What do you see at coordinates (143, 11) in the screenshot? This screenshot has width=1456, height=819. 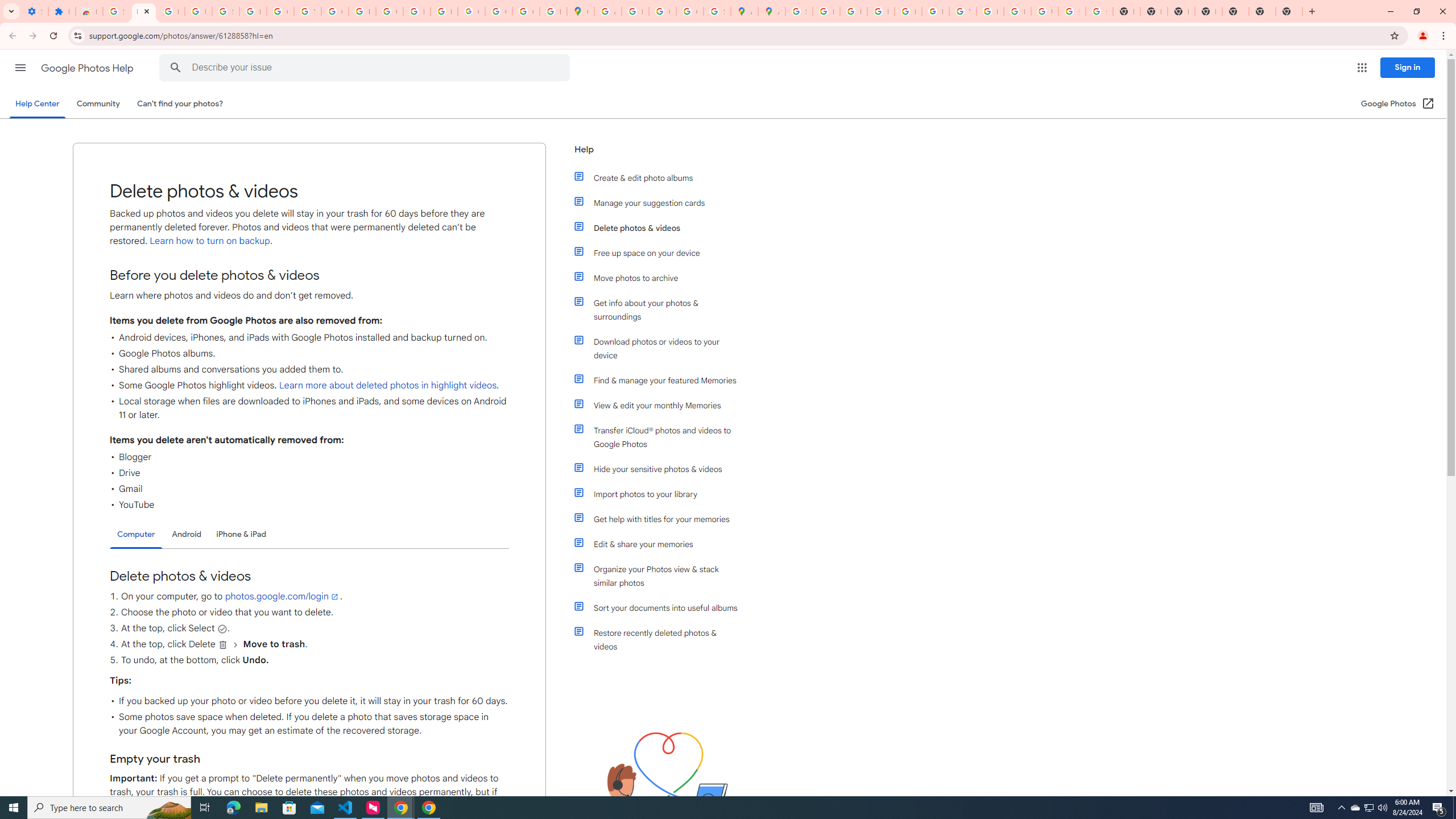 I see `'Delete photos & videos - Computer - Google Photos Help'` at bounding box center [143, 11].